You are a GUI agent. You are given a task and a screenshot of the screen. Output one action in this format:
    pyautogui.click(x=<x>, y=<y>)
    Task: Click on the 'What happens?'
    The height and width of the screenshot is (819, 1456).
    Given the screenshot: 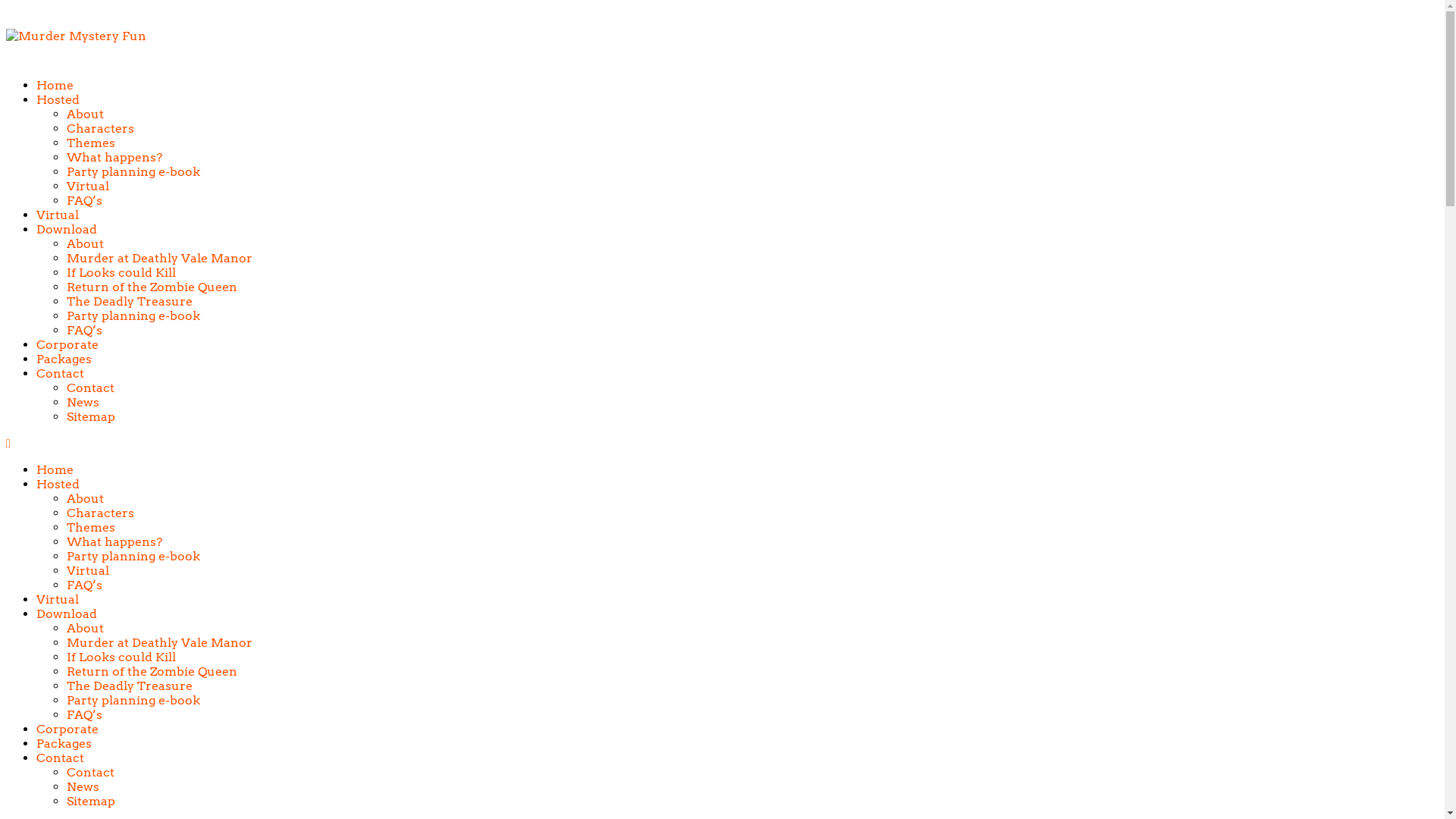 What is the action you would take?
    pyautogui.click(x=113, y=157)
    